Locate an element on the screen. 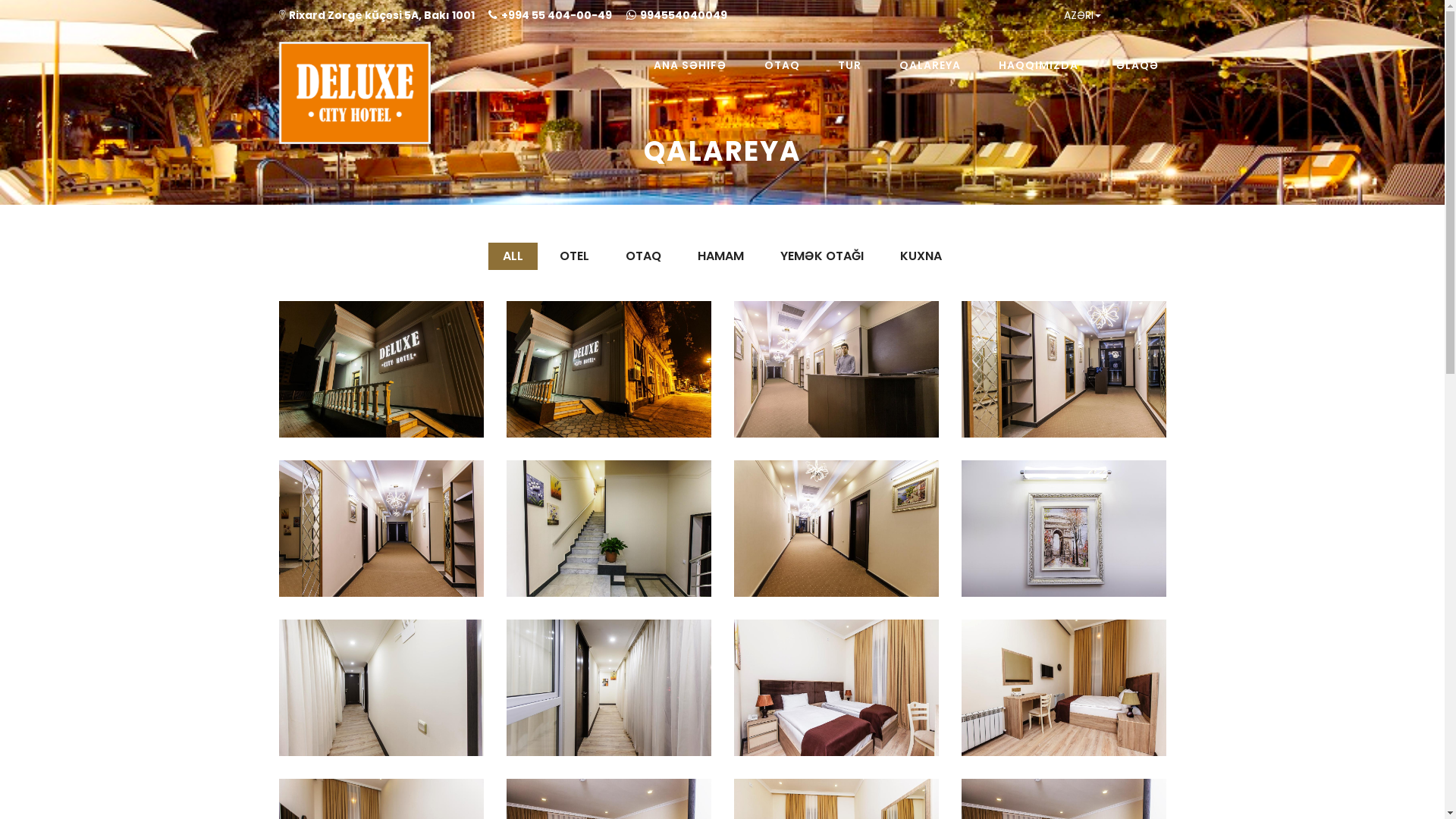  'Otel' is located at coordinates (836, 528).